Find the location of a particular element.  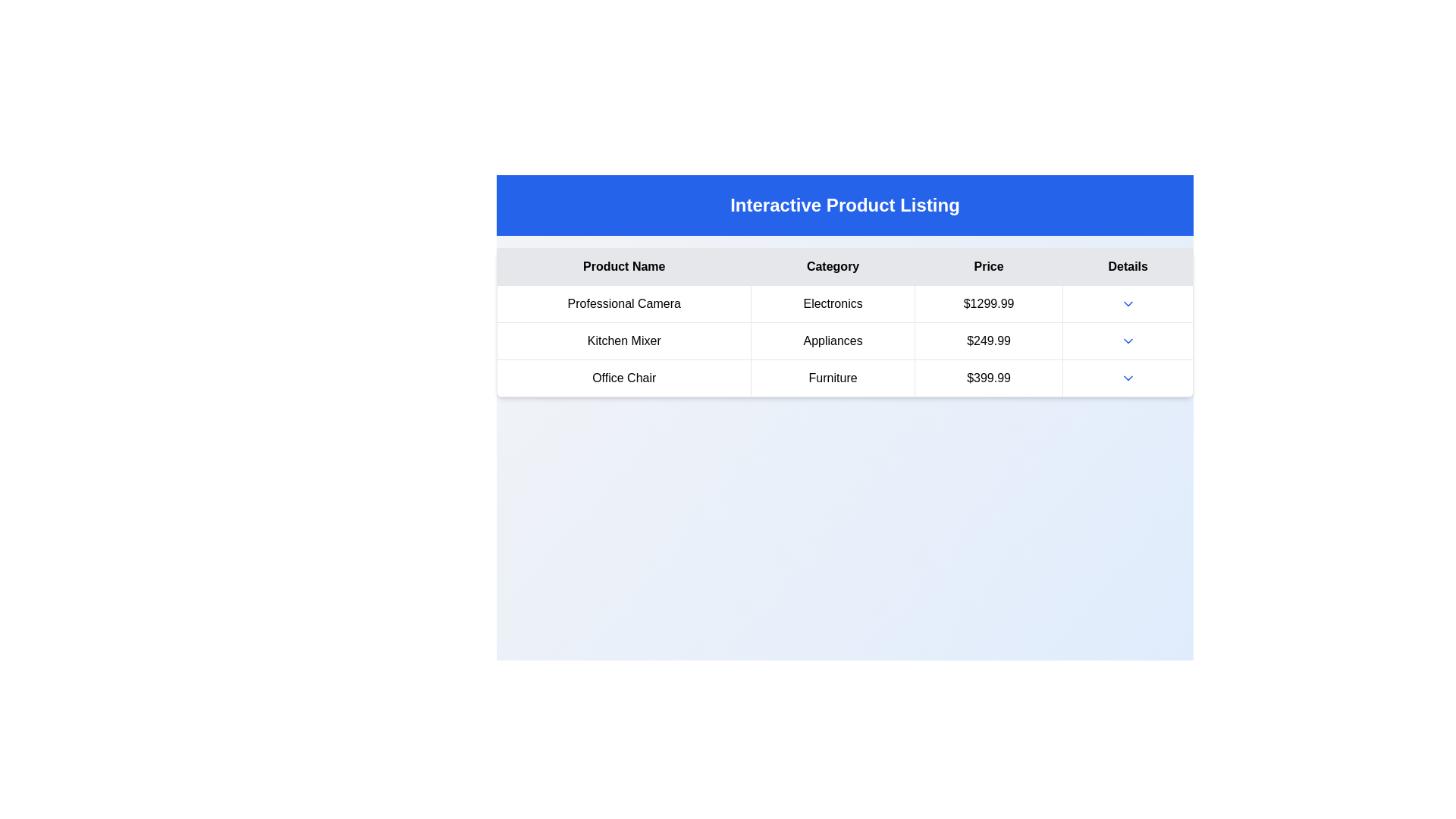

the column header label that indicates product categories, located between 'Product Name' and 'Price' in the upper portion of the table is located at coordinates (832, 265).